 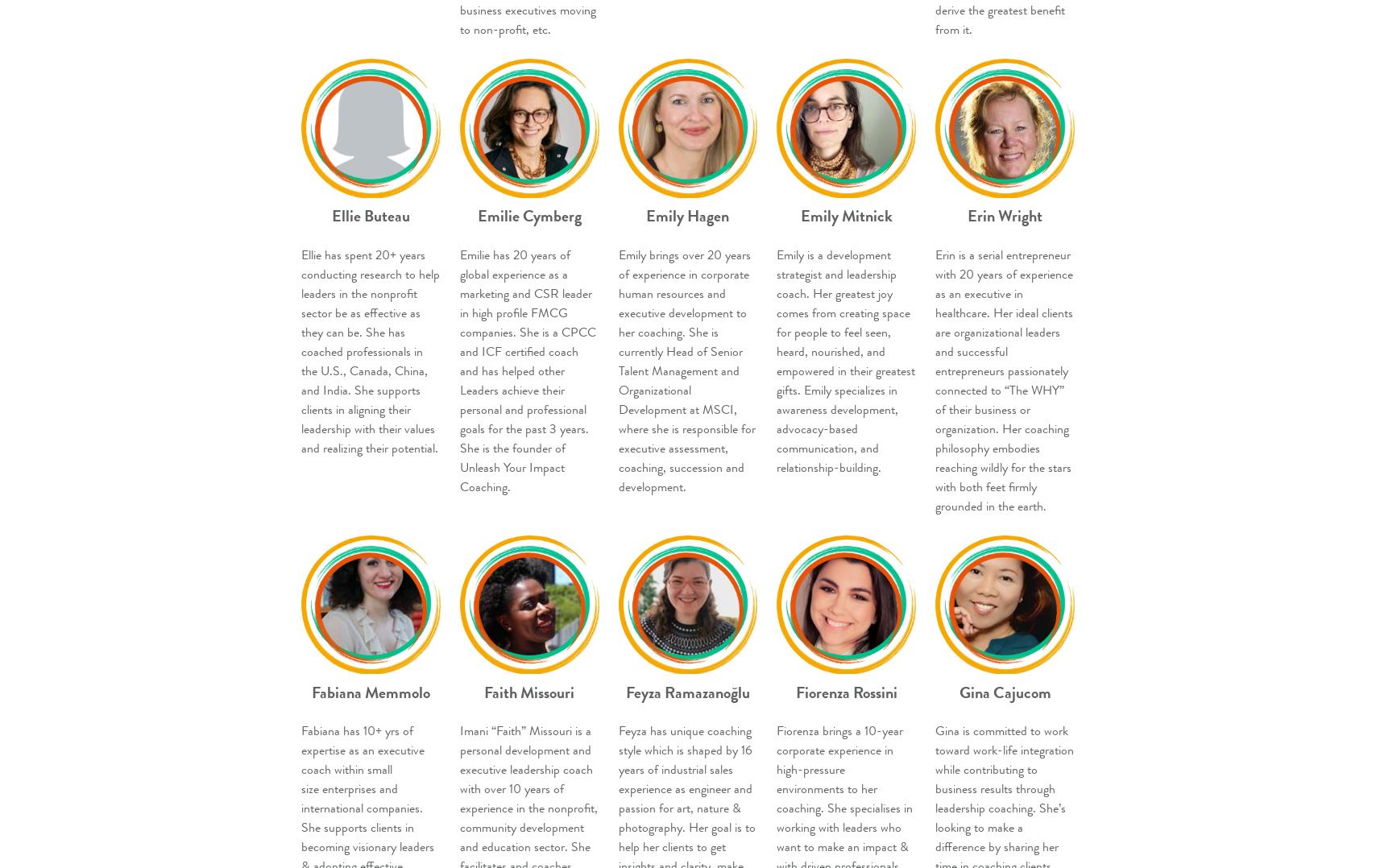 I want to click on 'Fiorenza Rossini', so click(x=846, y=691).